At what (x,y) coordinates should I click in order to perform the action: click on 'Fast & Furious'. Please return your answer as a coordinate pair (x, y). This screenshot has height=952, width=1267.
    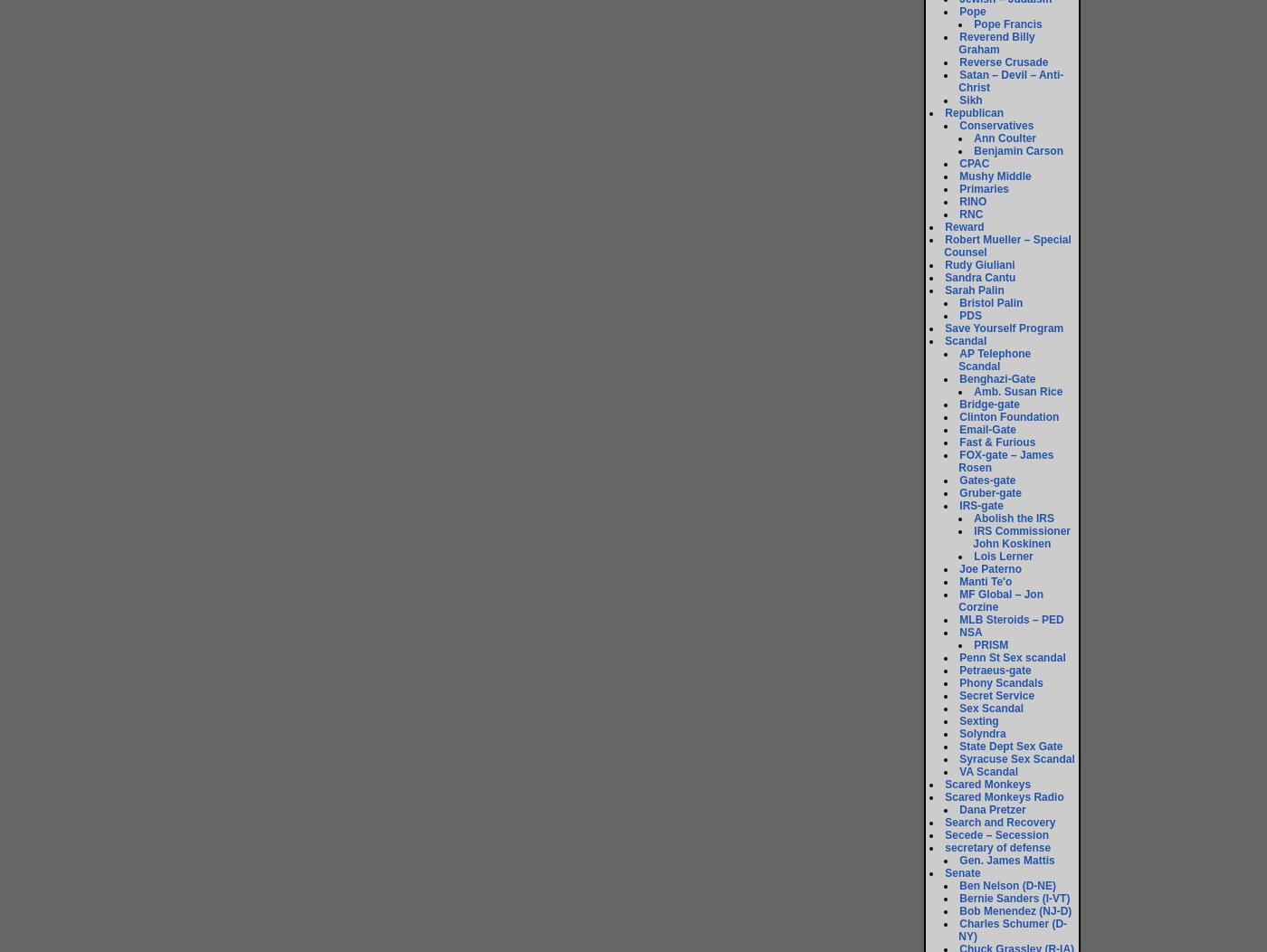
    Looking at the image, I should click on (996, 441).